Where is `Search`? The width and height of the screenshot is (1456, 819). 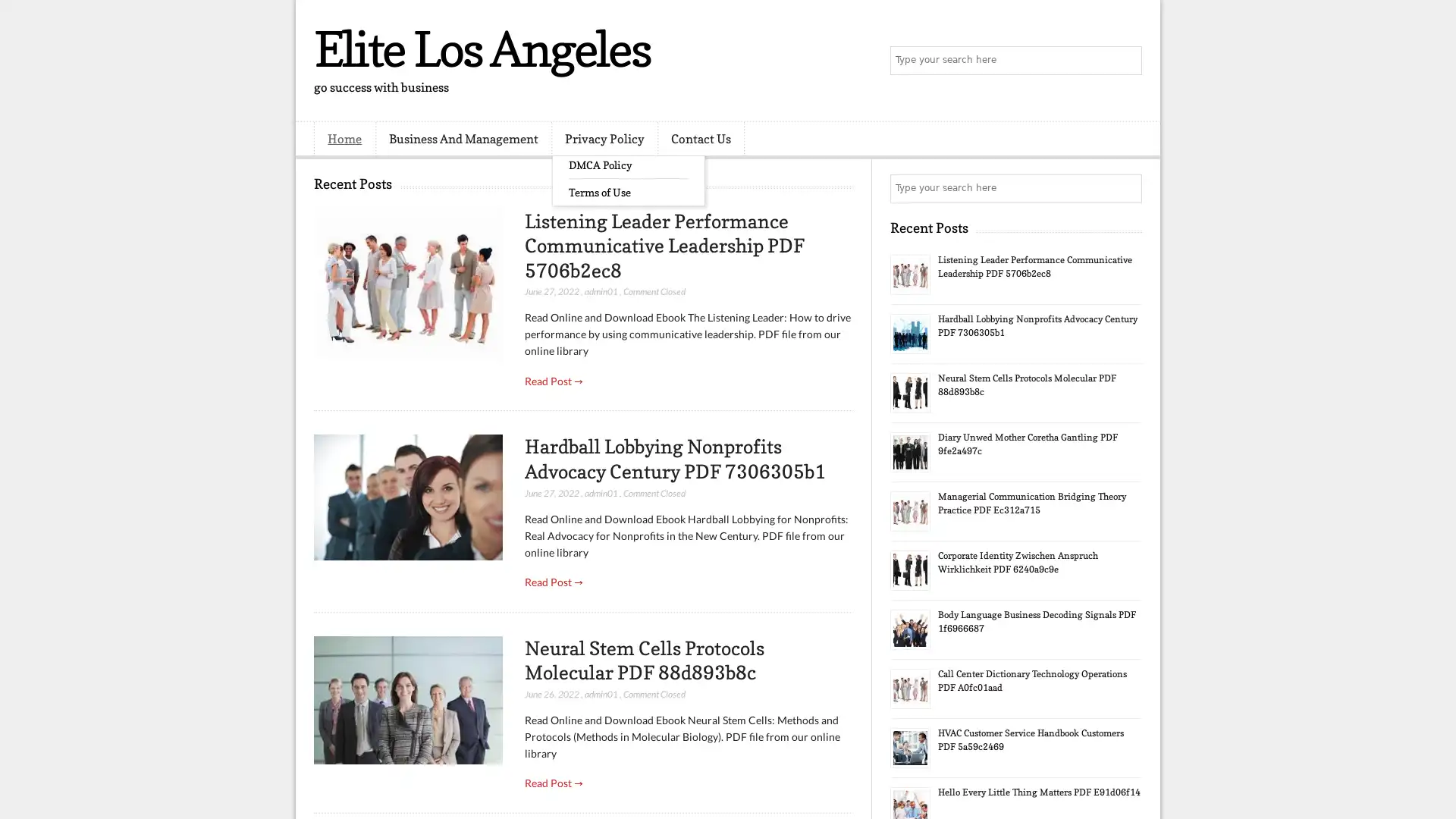
Search is located at coordinates (1126, 61).